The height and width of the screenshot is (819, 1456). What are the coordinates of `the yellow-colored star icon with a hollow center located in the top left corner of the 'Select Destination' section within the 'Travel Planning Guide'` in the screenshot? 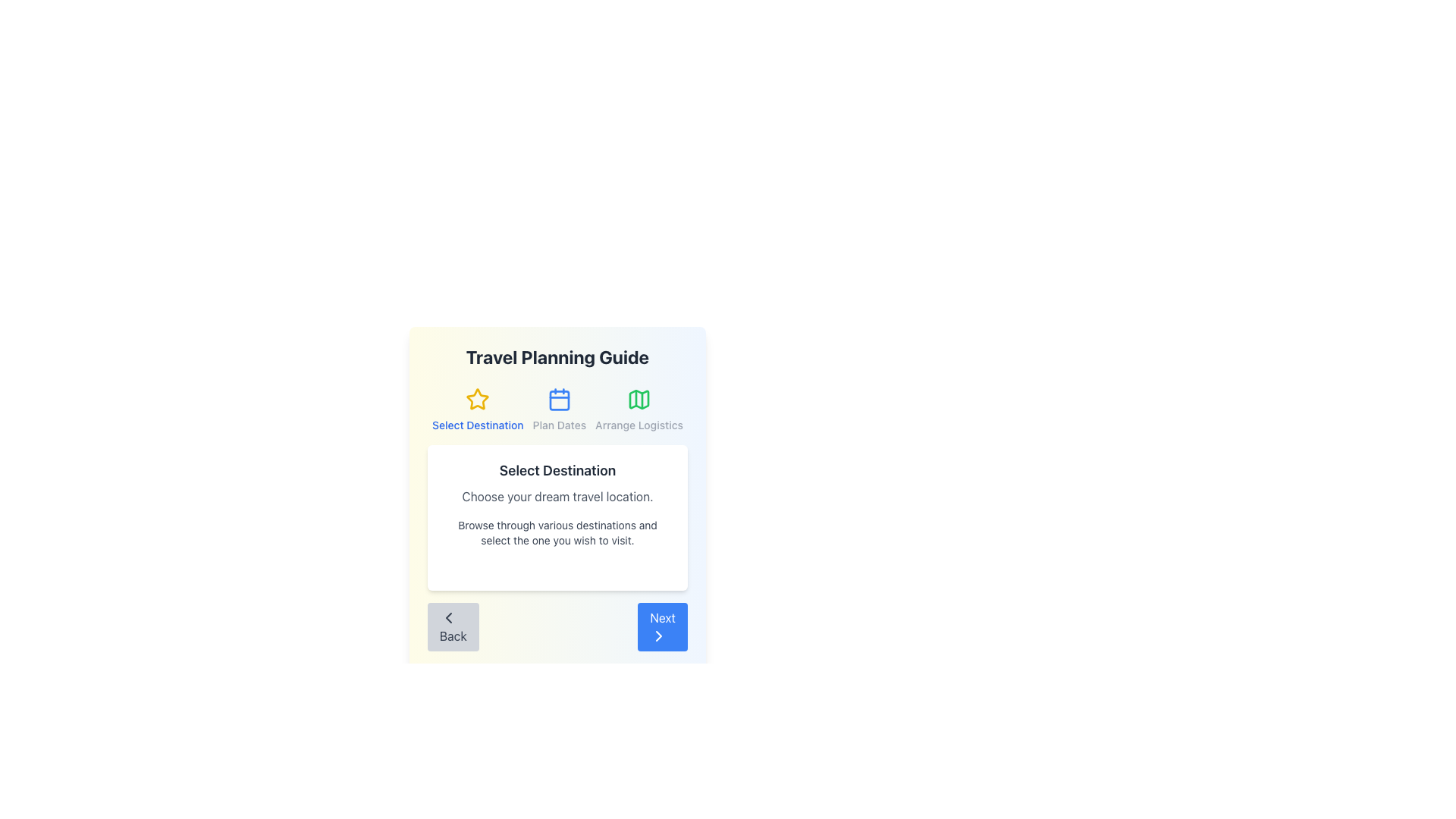 It's located at (477, 399).